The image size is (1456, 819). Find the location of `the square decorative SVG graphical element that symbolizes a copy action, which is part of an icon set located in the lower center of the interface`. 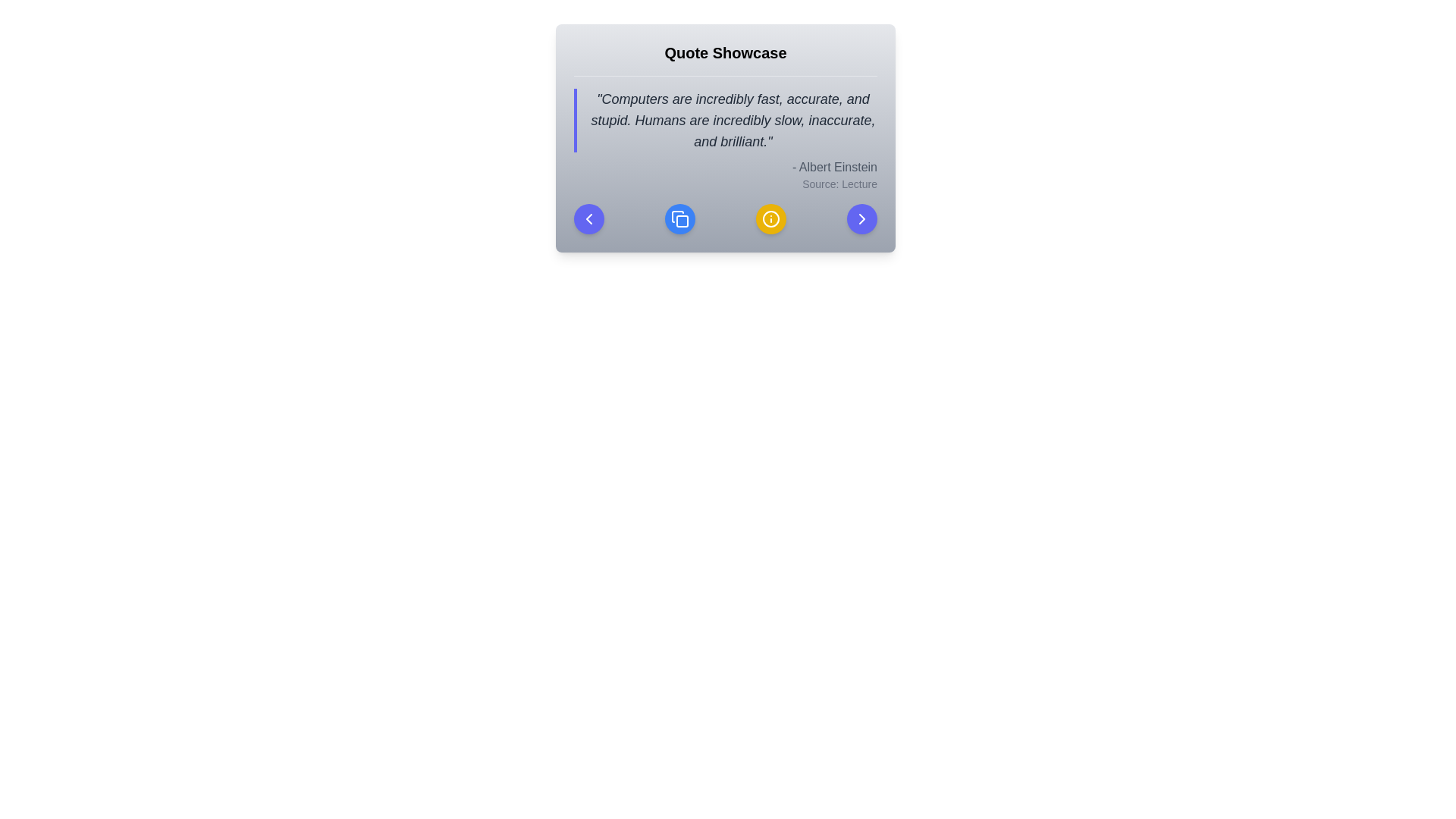

the square decorative SVG graphical element that symbolizes a copy action, which is part of an icon set located in the lower center of the interface is located at coordinates (682, 221).